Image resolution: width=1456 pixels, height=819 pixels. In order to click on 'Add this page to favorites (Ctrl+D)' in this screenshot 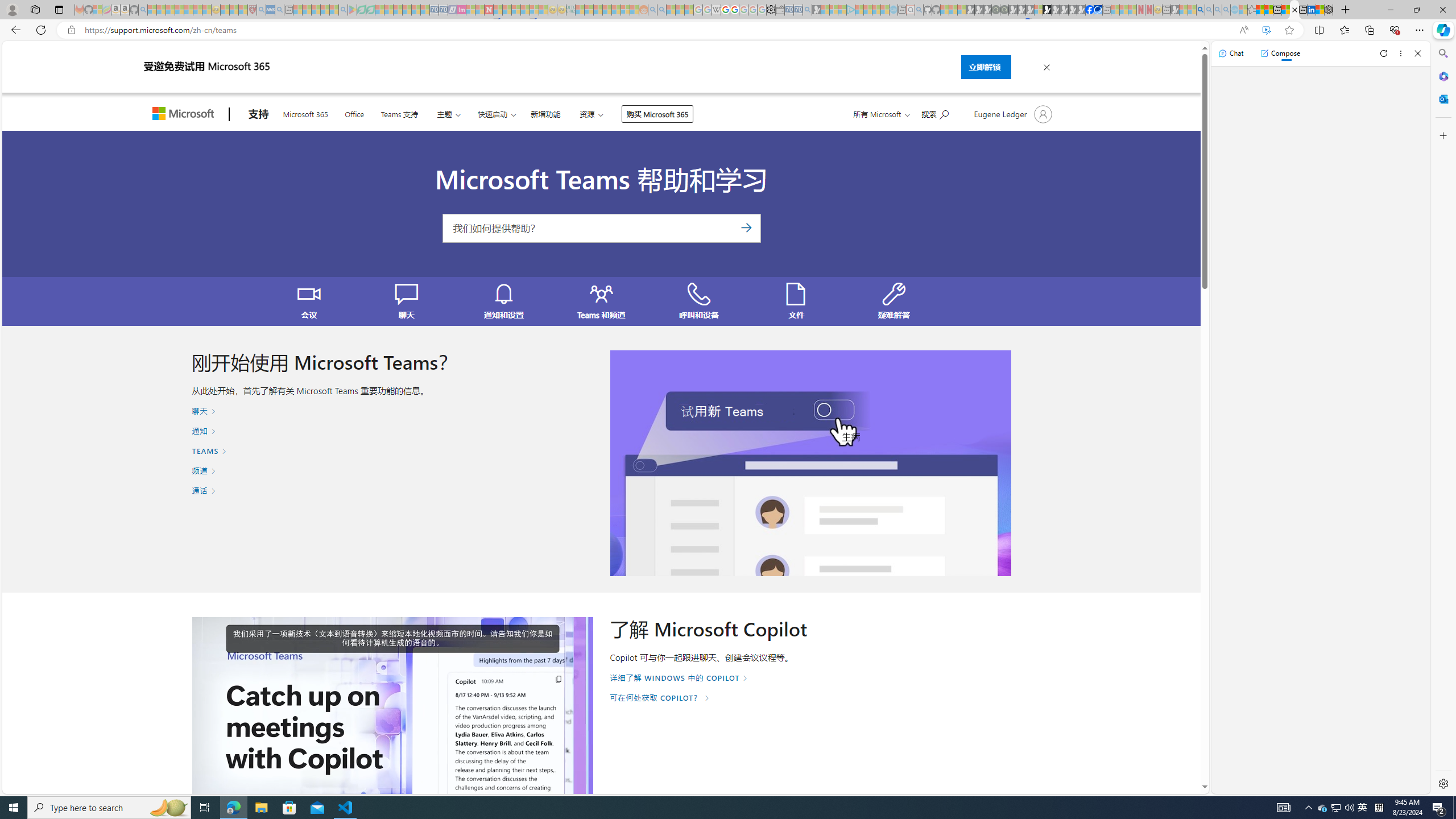, I will do `click(1289, 30)`.